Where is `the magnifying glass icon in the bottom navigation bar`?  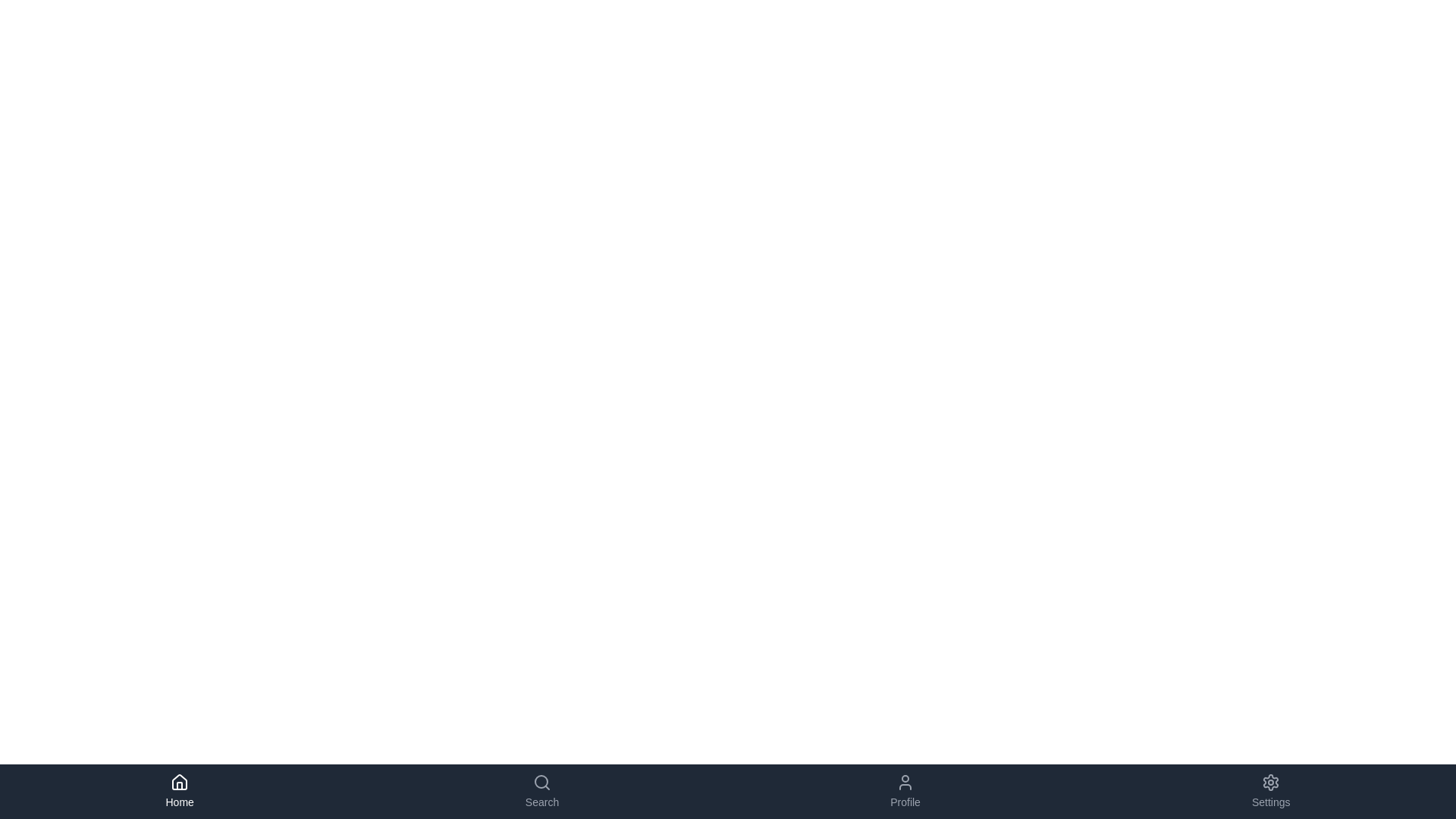 the magnifying glass icon in the bottom navigation bar is located at coordinates (542, 783).